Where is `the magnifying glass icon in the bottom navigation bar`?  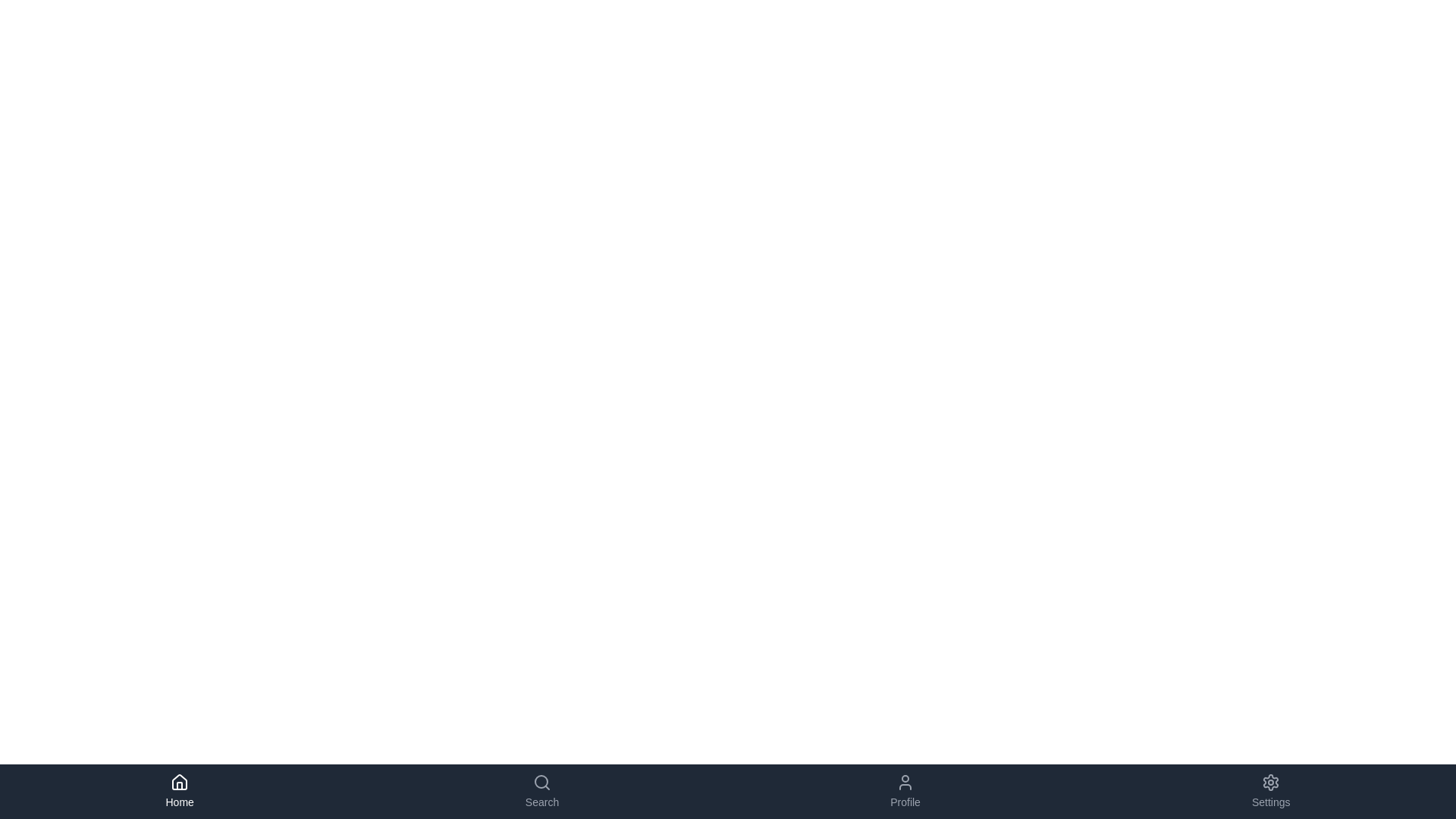 the magnifying glass icon in the bottom navigation bar is located at coordinates (542, 783).